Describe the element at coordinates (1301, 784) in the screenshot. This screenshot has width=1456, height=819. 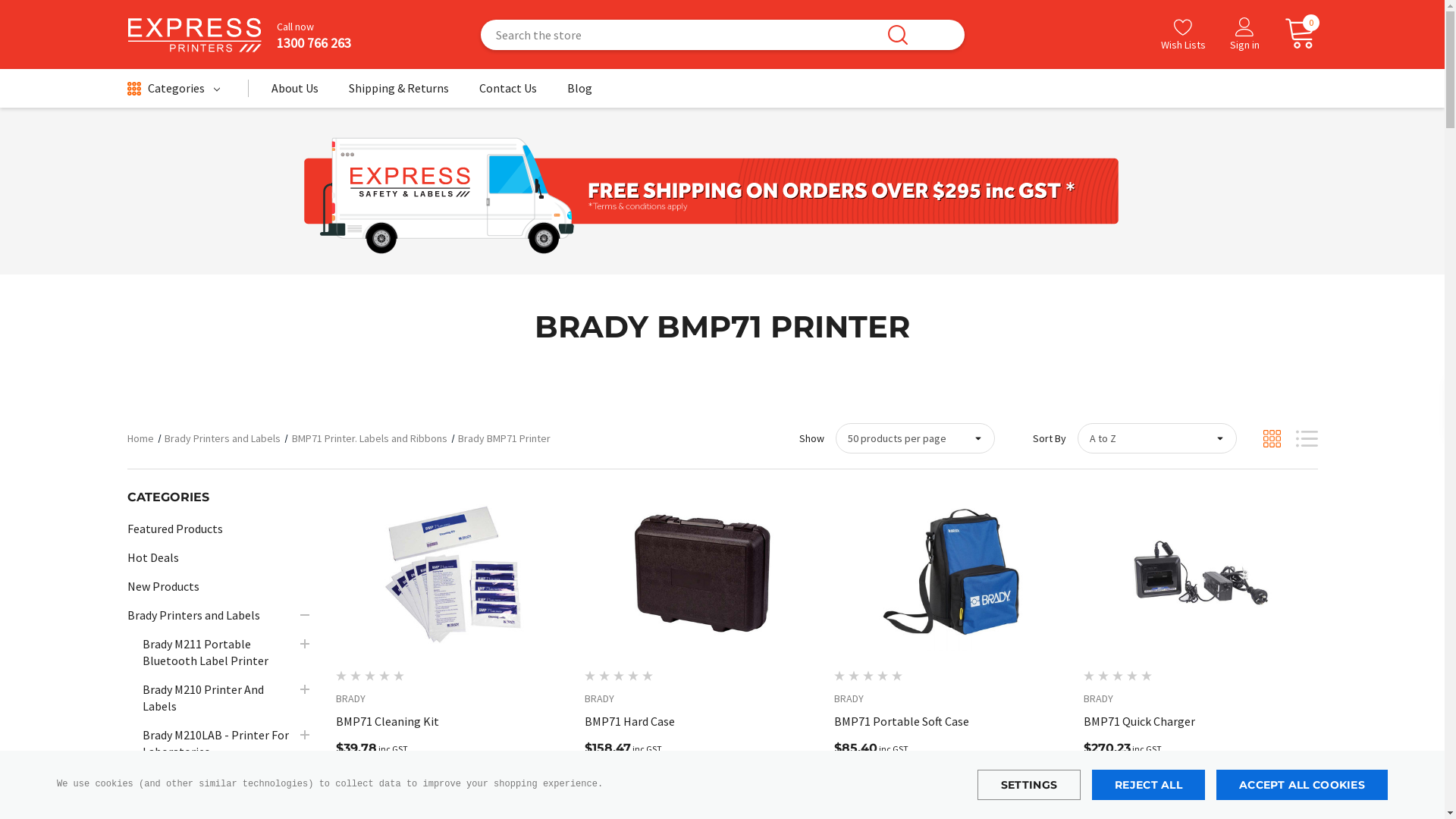
I see `'ACCEPT ALL COOKIES'` at that location.